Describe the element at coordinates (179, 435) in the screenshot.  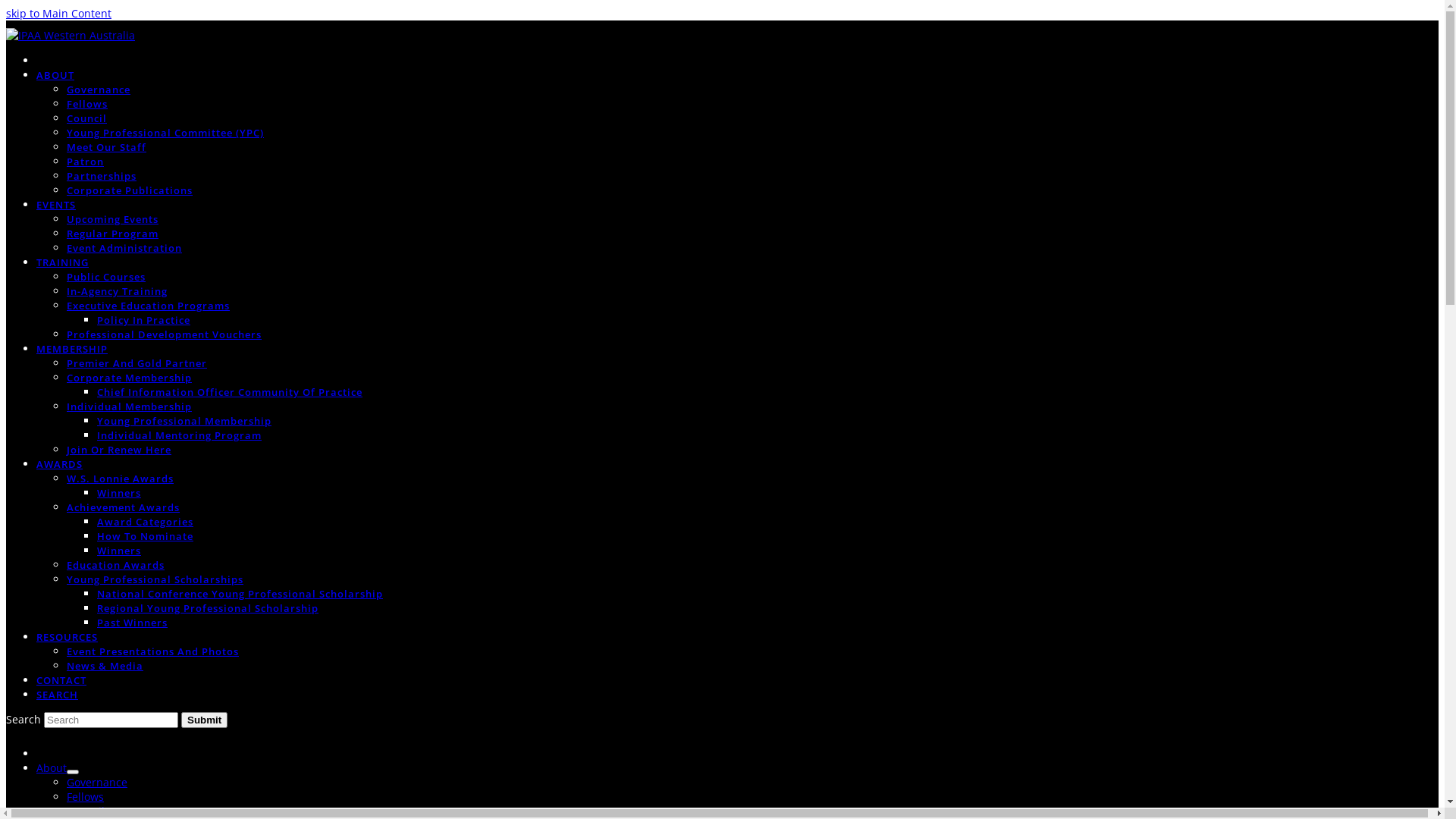
I see `'Individual Mentoring Program'` at that location.